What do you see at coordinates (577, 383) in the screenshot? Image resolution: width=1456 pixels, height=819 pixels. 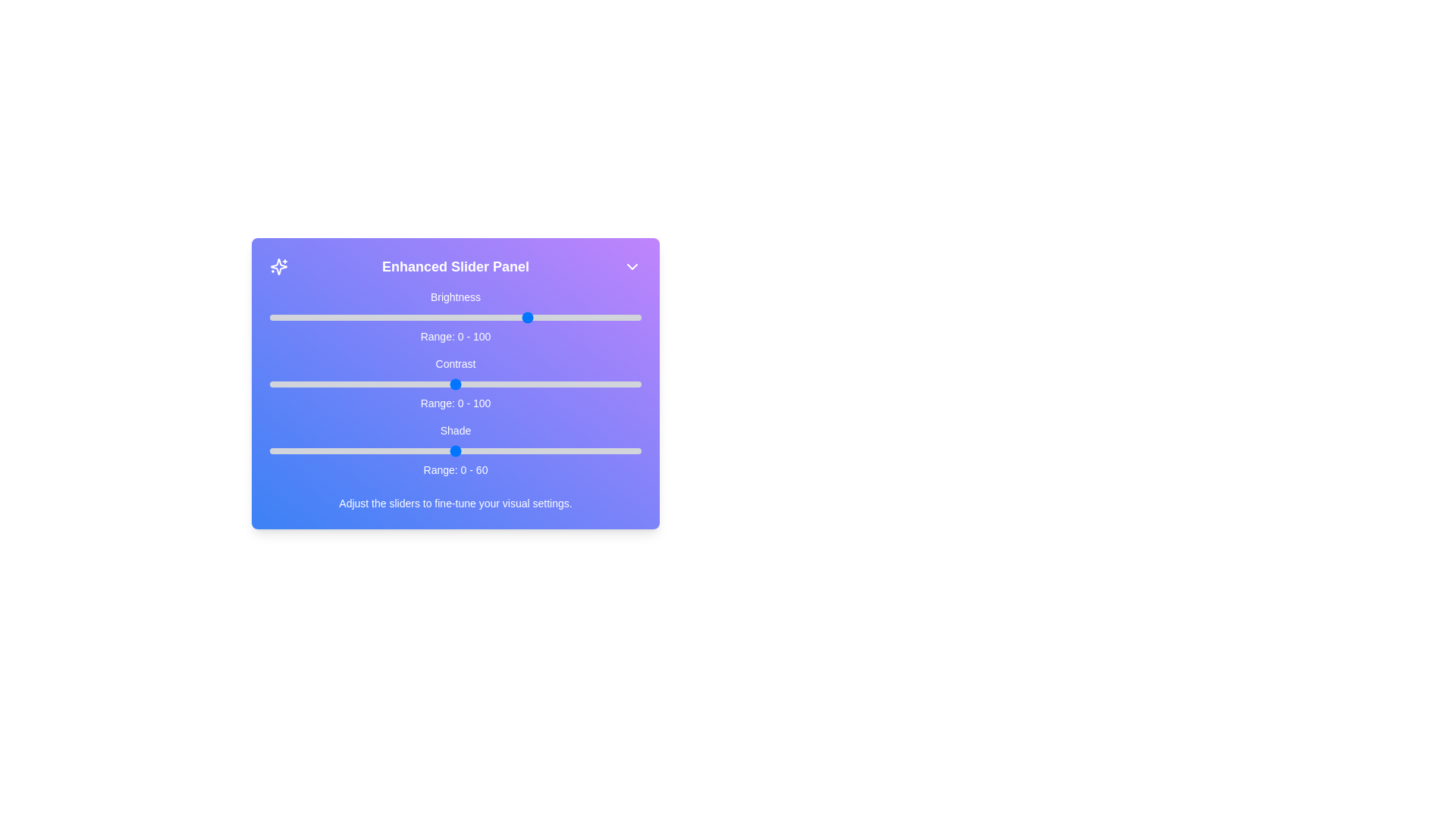 I see `the 1 slider to 83` at bounding box center [577, 383].